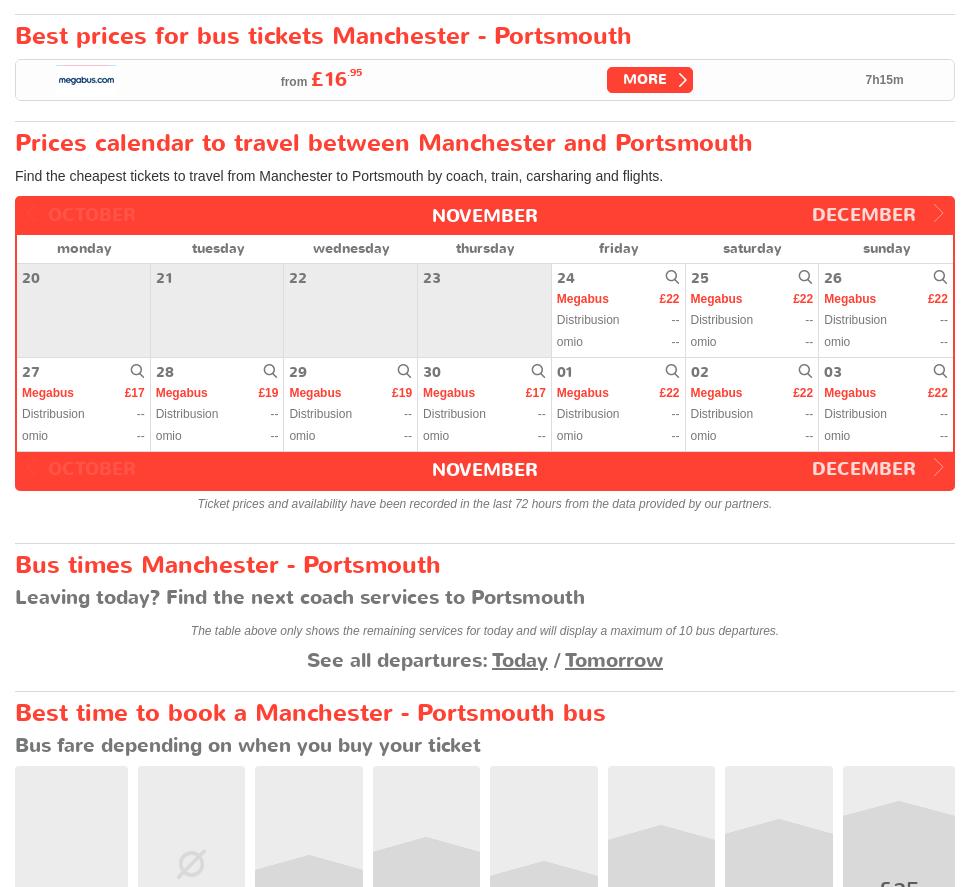  I want to click on 'Ticket prices and availability have been recorded in the last 72 hours from the data provided by our partners.', so click(483, 503).